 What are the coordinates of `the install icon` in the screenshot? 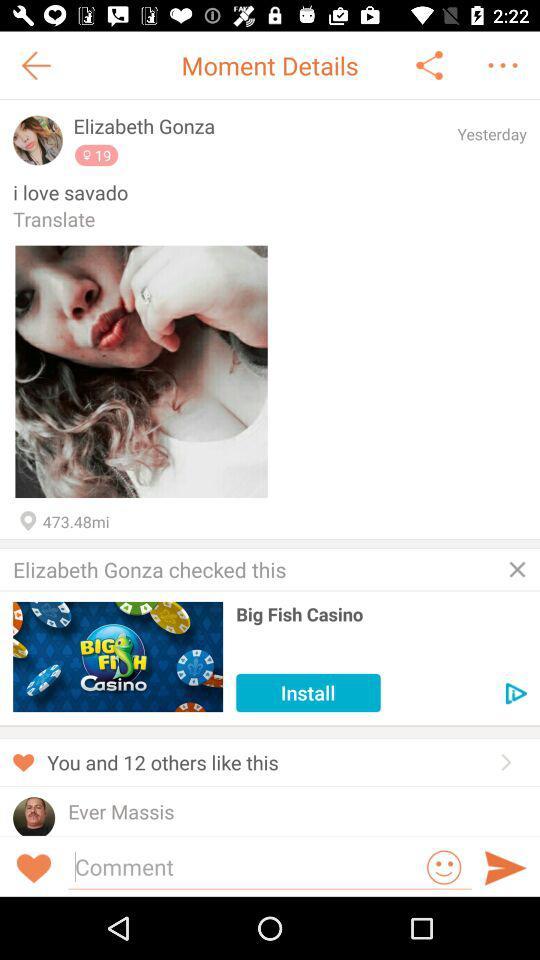 It's located at (308, 693).